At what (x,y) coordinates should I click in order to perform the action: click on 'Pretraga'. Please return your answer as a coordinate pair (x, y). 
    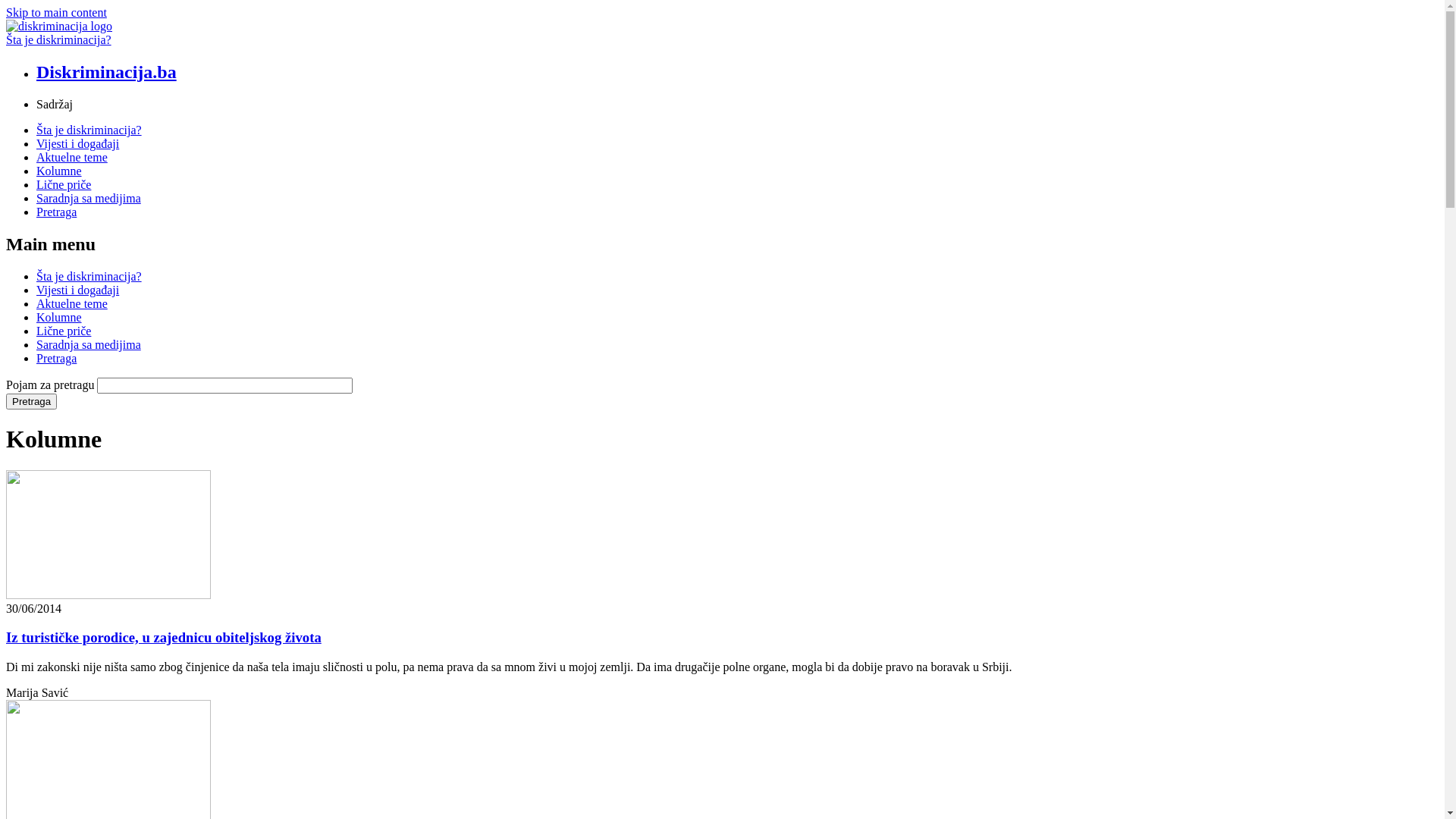
    Looking at the image, I should click on (31, 400).